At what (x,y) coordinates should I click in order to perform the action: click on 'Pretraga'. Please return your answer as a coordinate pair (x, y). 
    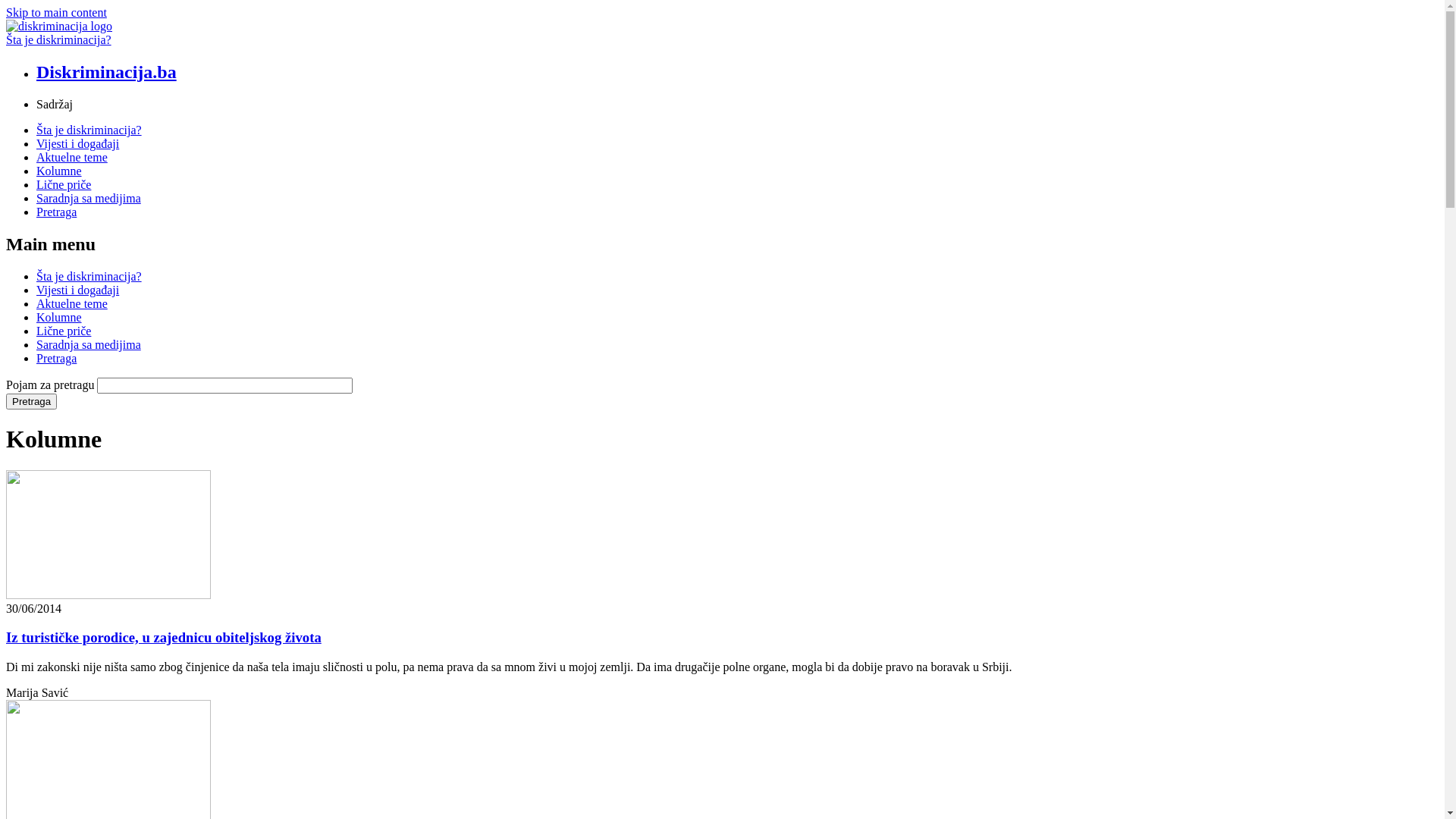
    Looking at the image, I should click on (31, 400).